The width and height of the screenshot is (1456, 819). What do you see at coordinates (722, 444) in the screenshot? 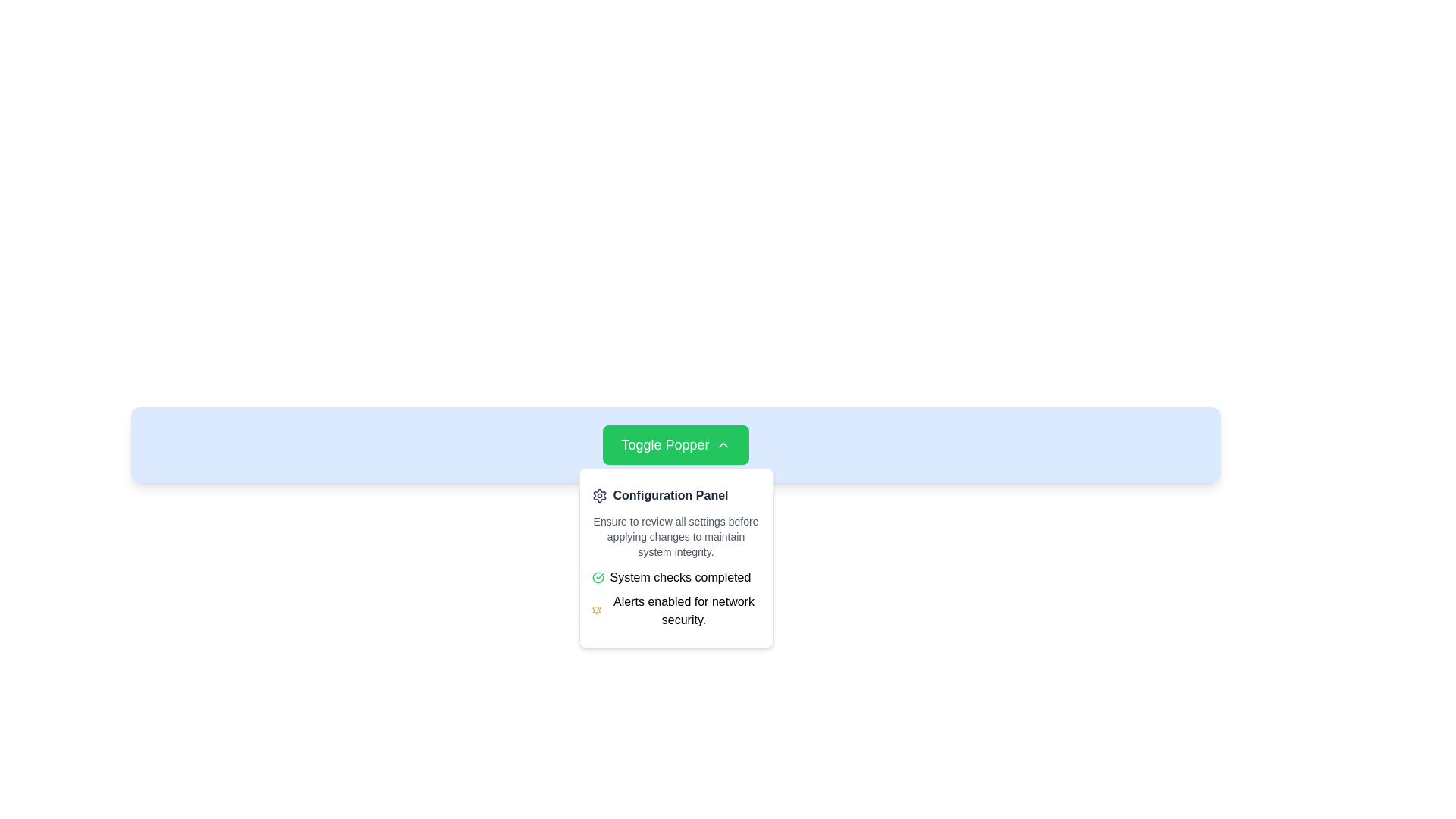
I see `the upward-pointing chevron icon within the 'Toggle Popper' button, which is characterized by a white stroke against a green background` at bounding box center [722, 444].